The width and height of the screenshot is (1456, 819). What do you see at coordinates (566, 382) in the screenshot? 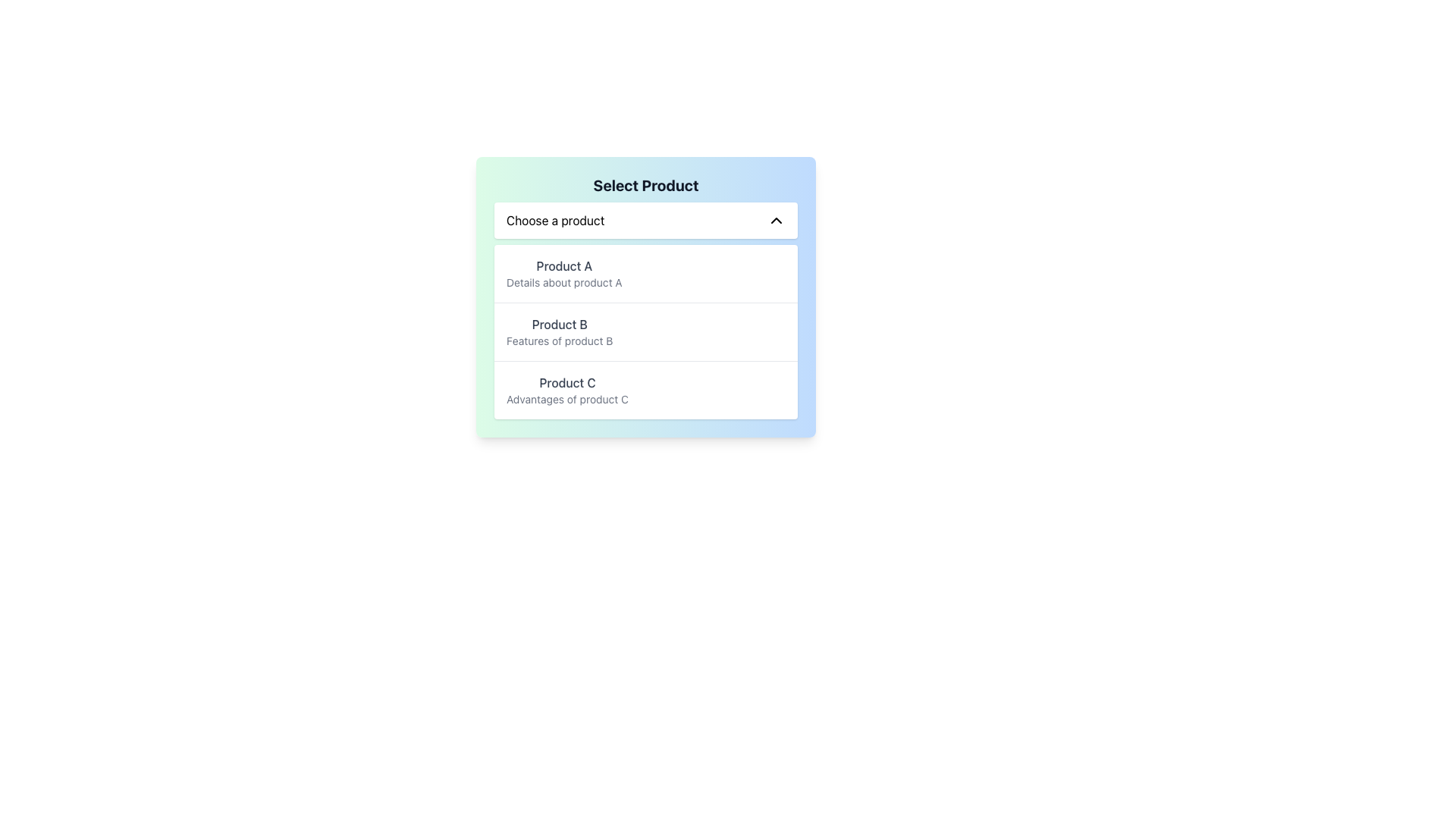
I see `the 'Product C' label in the dropdown menu` at bounding box center [566, 382].